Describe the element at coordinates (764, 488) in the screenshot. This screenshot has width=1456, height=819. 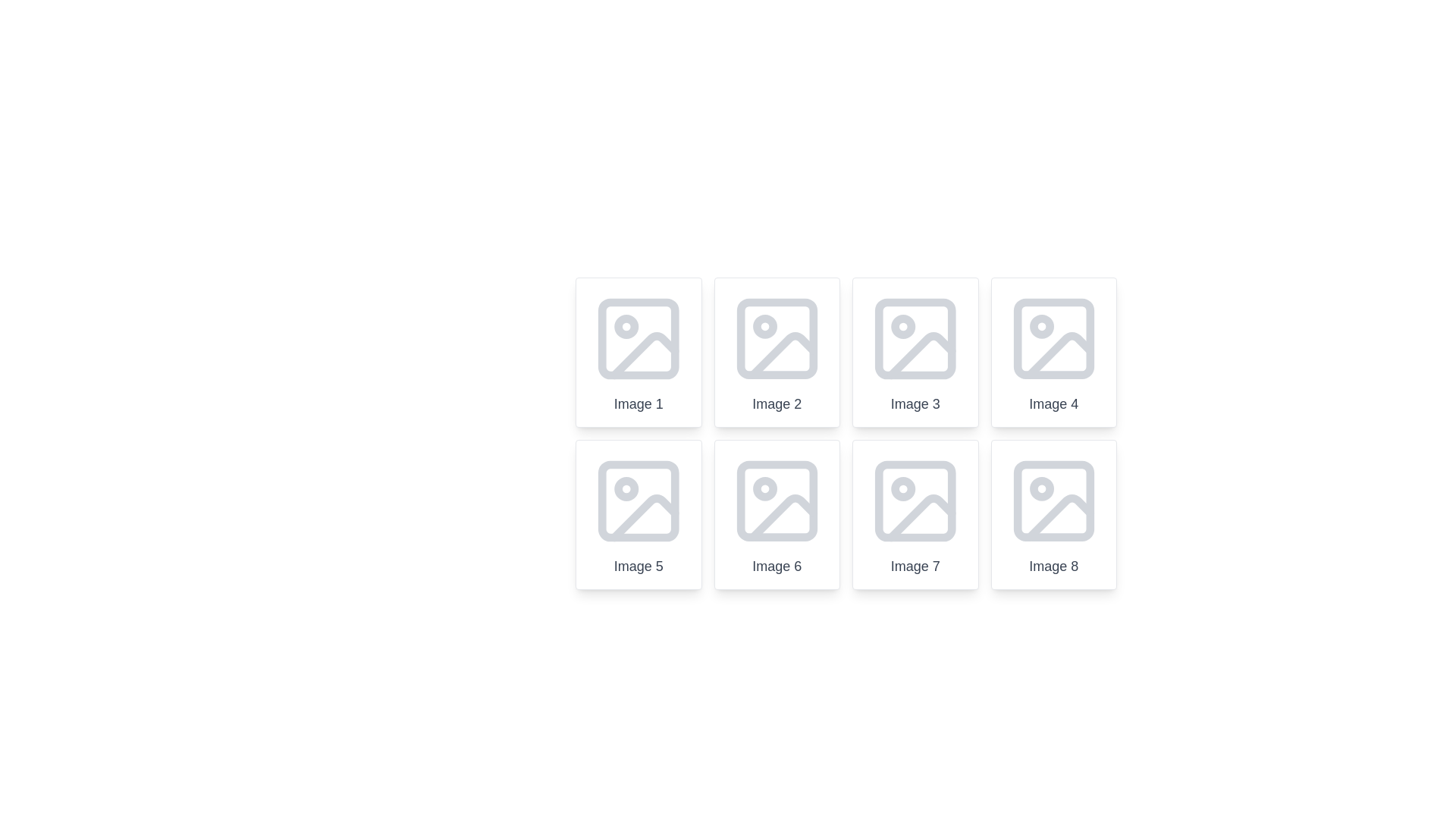
I see `the circular marker or dot located within the thumbnail labeled 'Image 6', situated near its top-left corner` at that location.